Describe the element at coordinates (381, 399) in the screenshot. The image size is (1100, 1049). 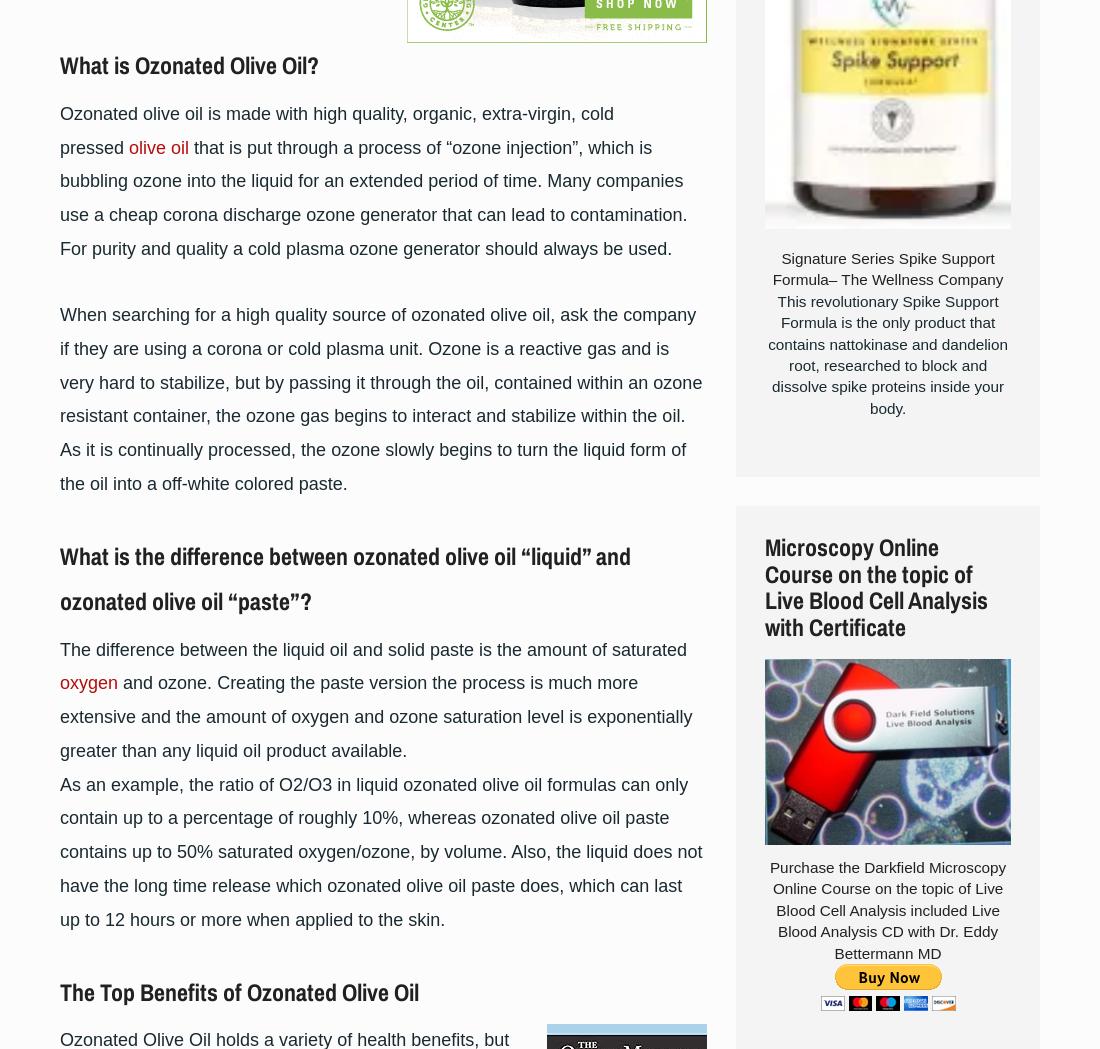
I see `'When searching for a high quality source of ozonated olive oil, ask the company if they are using a corona or cold plasma unit. Ozone is a reactive gas and is very hard to stabilize, but by passing it through the oil, contained within an ozone resistant container, the ozone gas begins to interact and stabilize within the oil. As it is continually processed, the ozone slowly begins to turn the liquid form of the oil into a off-white colored paste.'` at that location.